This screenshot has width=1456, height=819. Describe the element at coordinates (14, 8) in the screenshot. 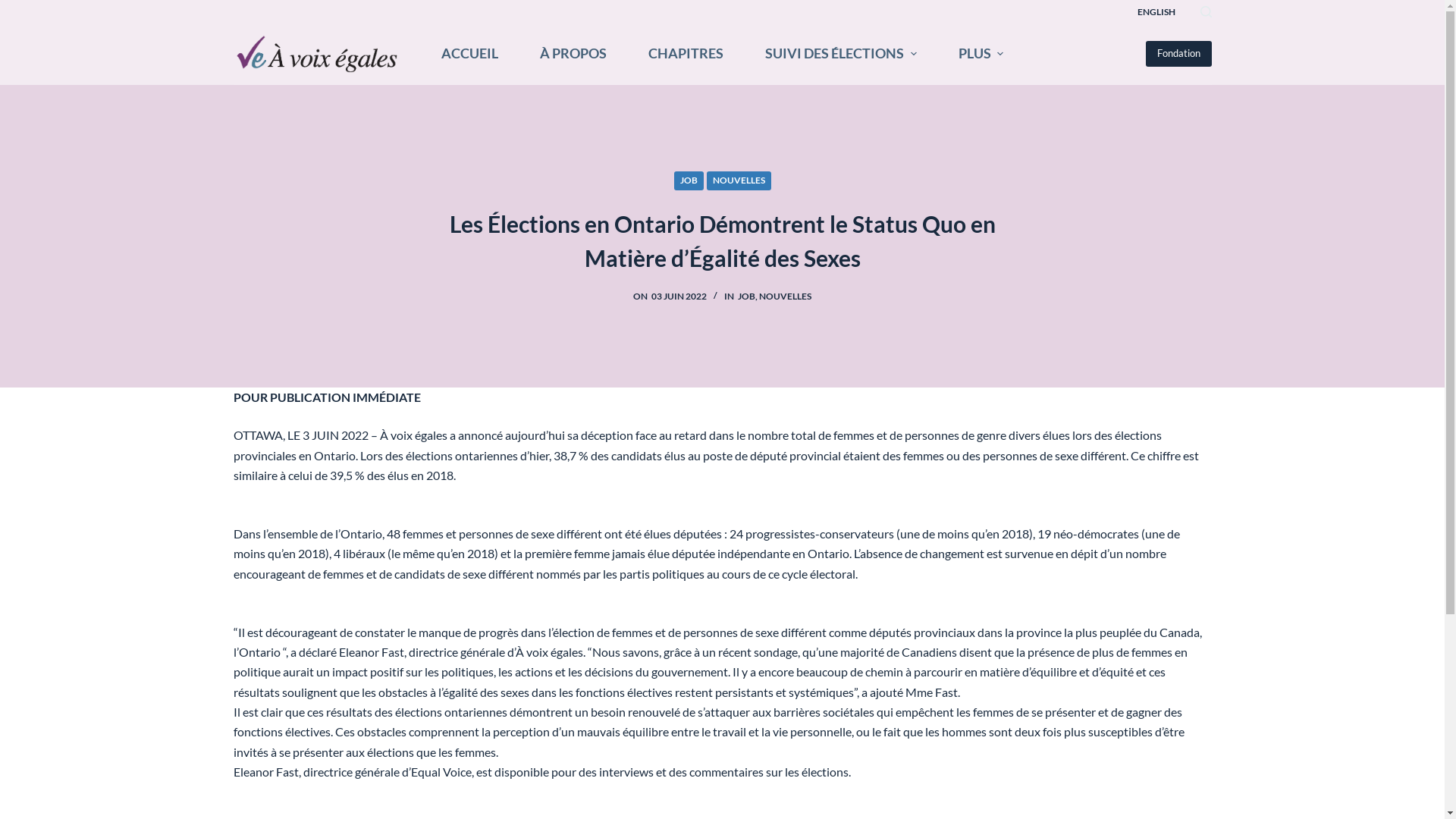

I see `'Skip to content'` at that location.